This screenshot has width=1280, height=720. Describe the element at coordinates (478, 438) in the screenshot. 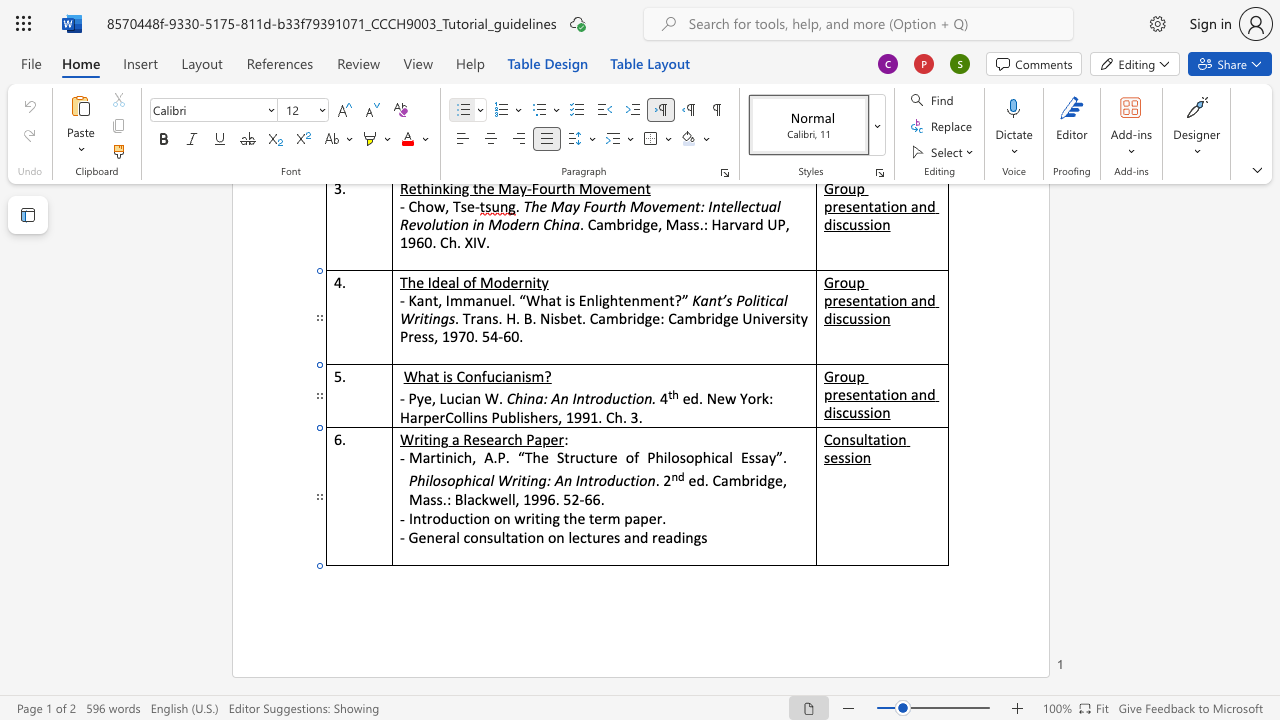

I see `the space between the continuous character "e" and "s" in the text` at that location.